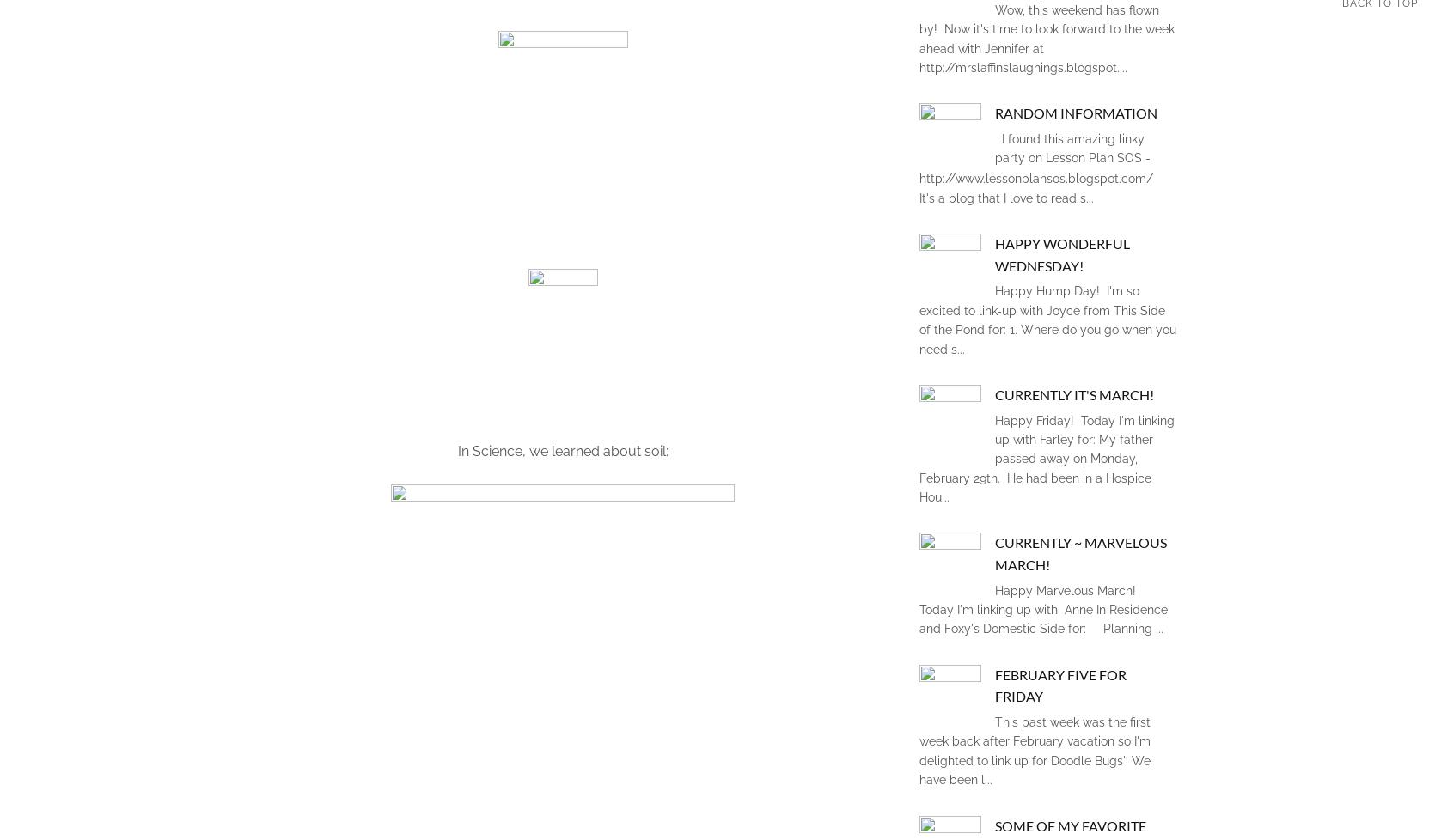  Describe the element at coordinates (1047, 38) in the screenshot. I see `'Wow, this weekend has flown by!  Now it's time to look forward to the week ahead with Jennifer at  http://mrslaffinslaughings.blogspot....'` at that location.